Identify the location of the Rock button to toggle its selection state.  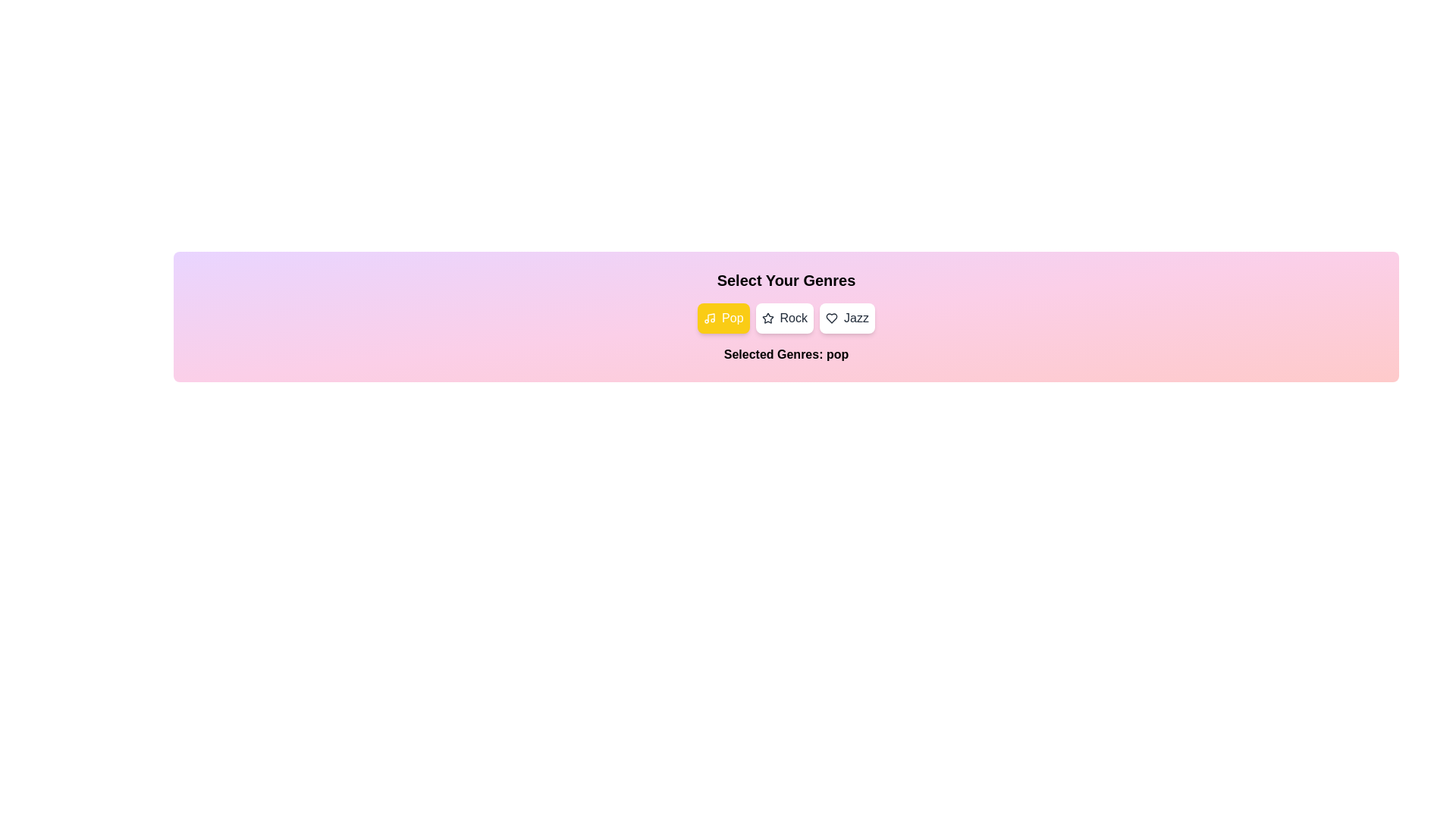
(784, 318).